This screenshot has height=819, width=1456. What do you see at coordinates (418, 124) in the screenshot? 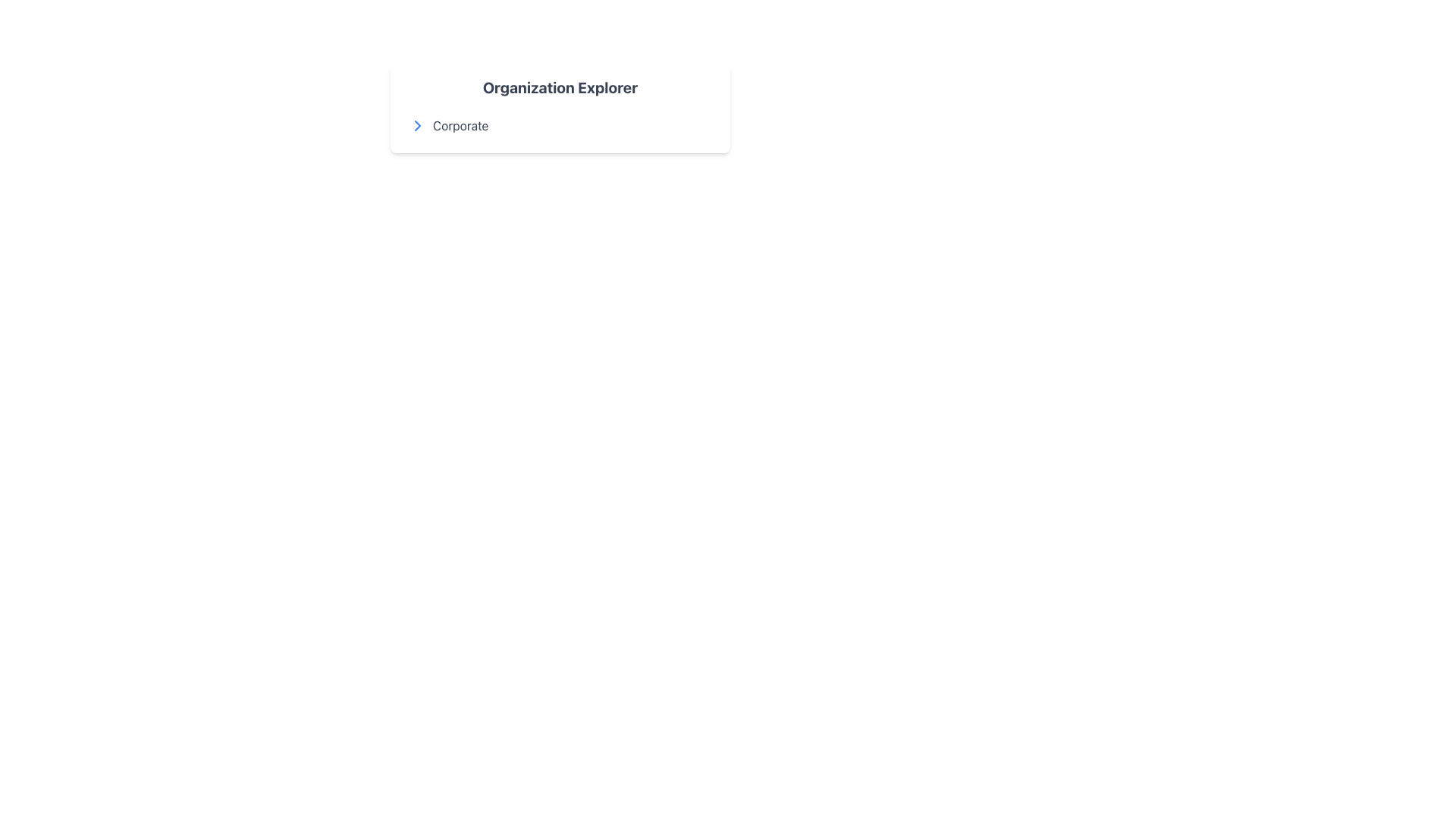
I see `the blue rightward-chevron icon located to the left of the text label 'Corporate' within the 'Organization Explorer' card for accessibility` at bounding box center [418, 124].